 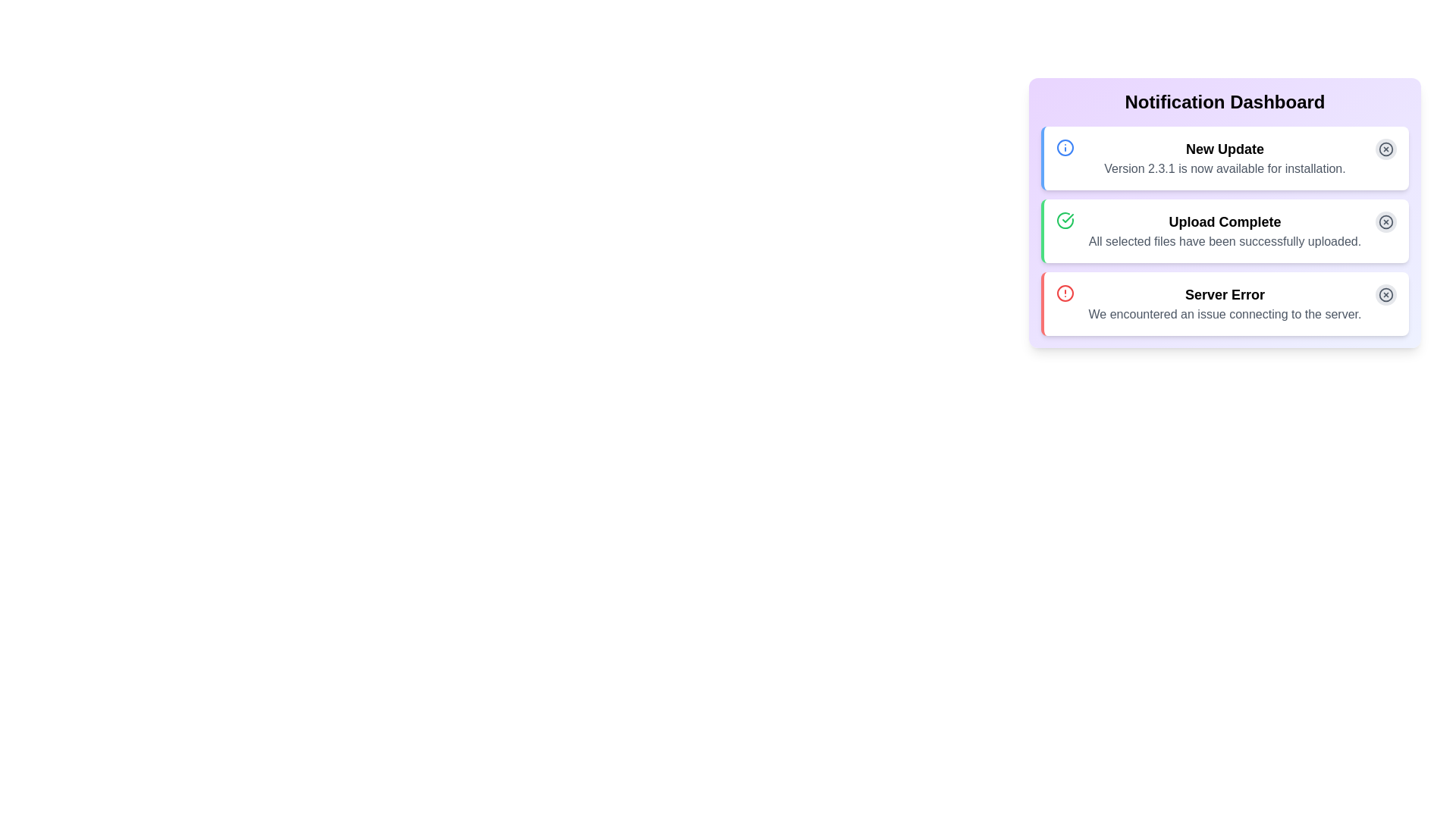 I want to click on the text label indicating successful file upload located near the center of the notification card in the second row of the notification dashboard, so click(x=1225, y=222).